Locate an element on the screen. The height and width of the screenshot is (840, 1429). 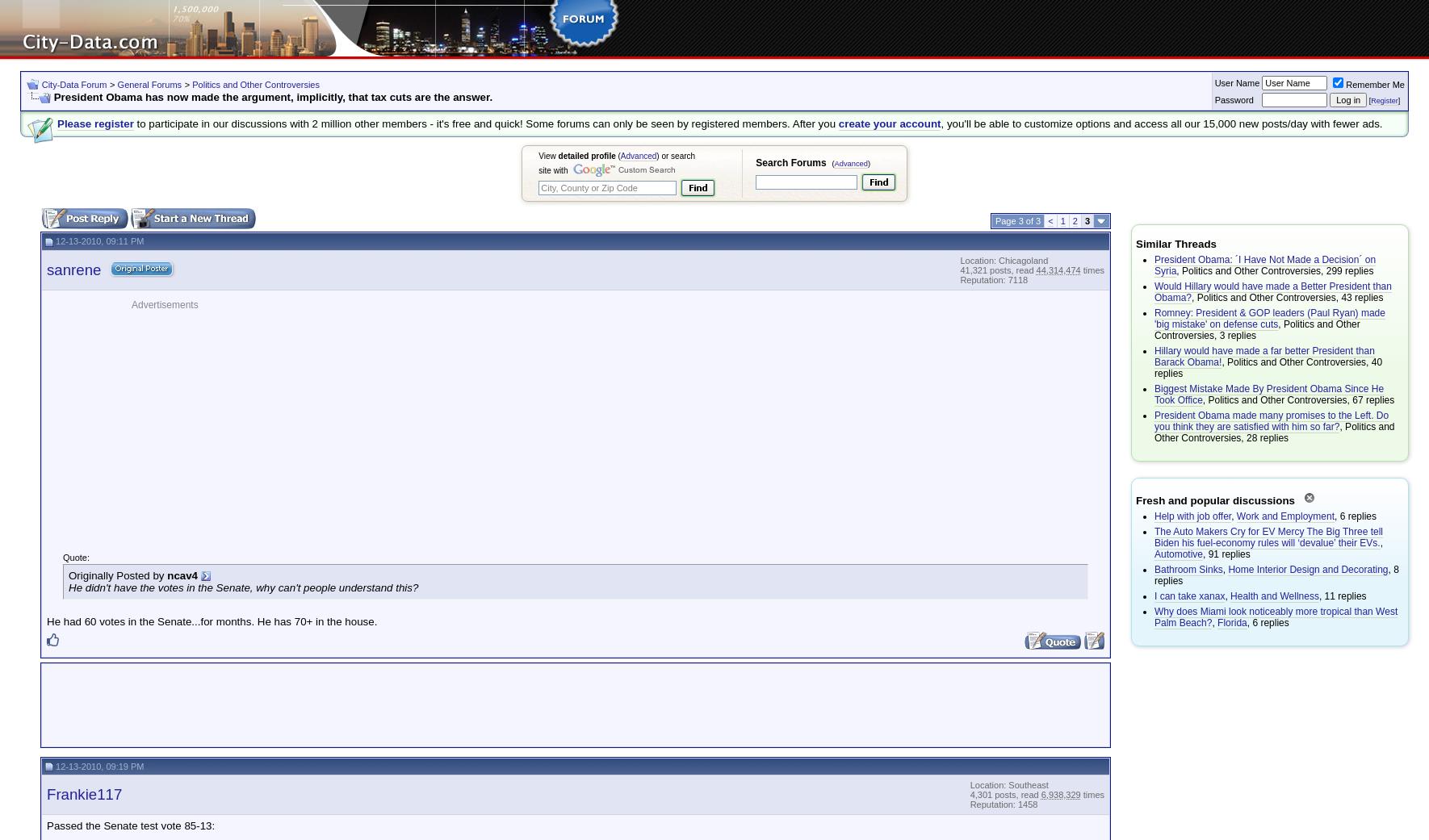
', Politics and Other Controversies, 67 replies' is located at coordinates (1297, 399).